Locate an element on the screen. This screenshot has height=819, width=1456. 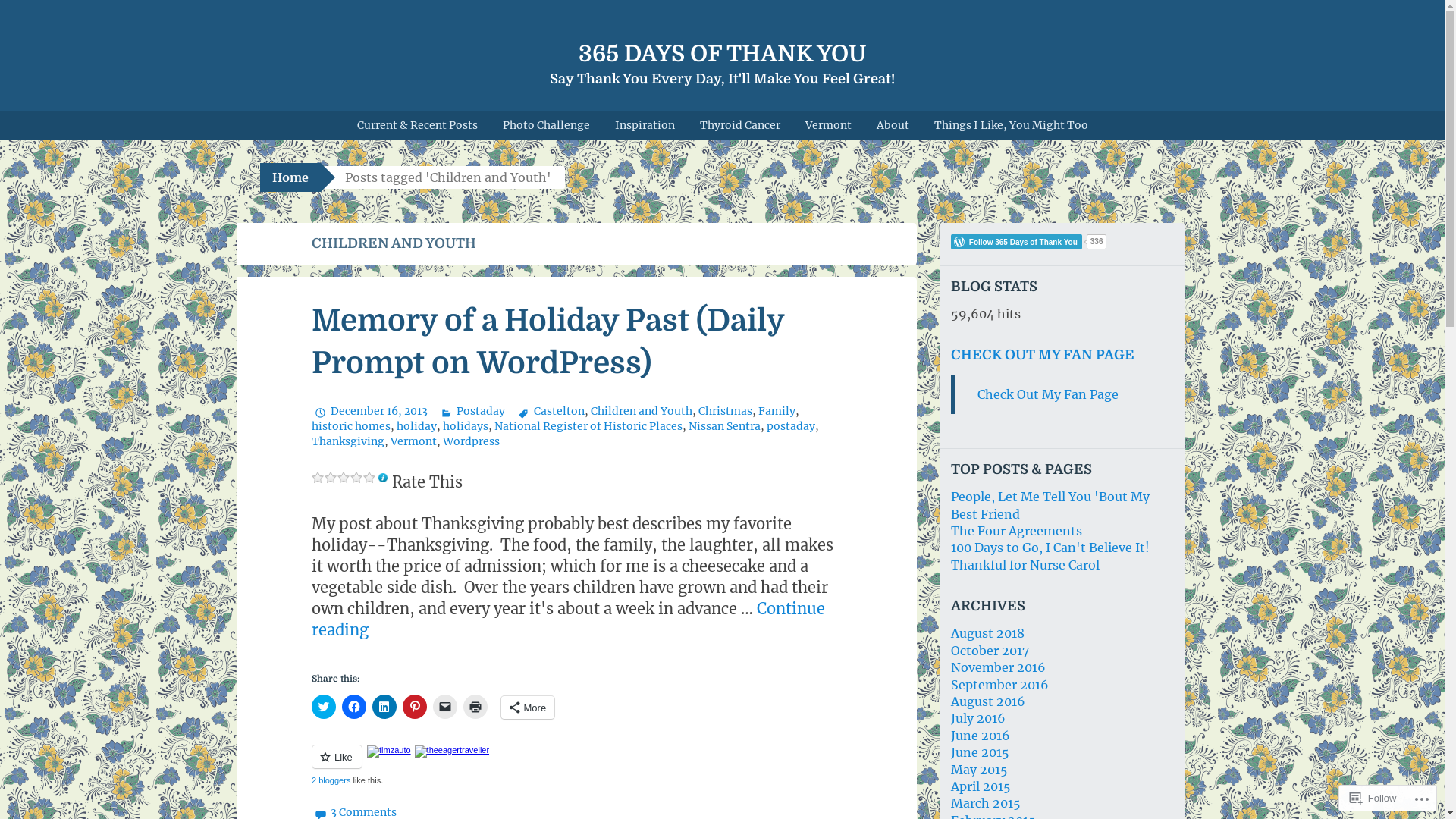
'CHECK OUT MY FAN PAGE' is located at coordinates (1041, 354).